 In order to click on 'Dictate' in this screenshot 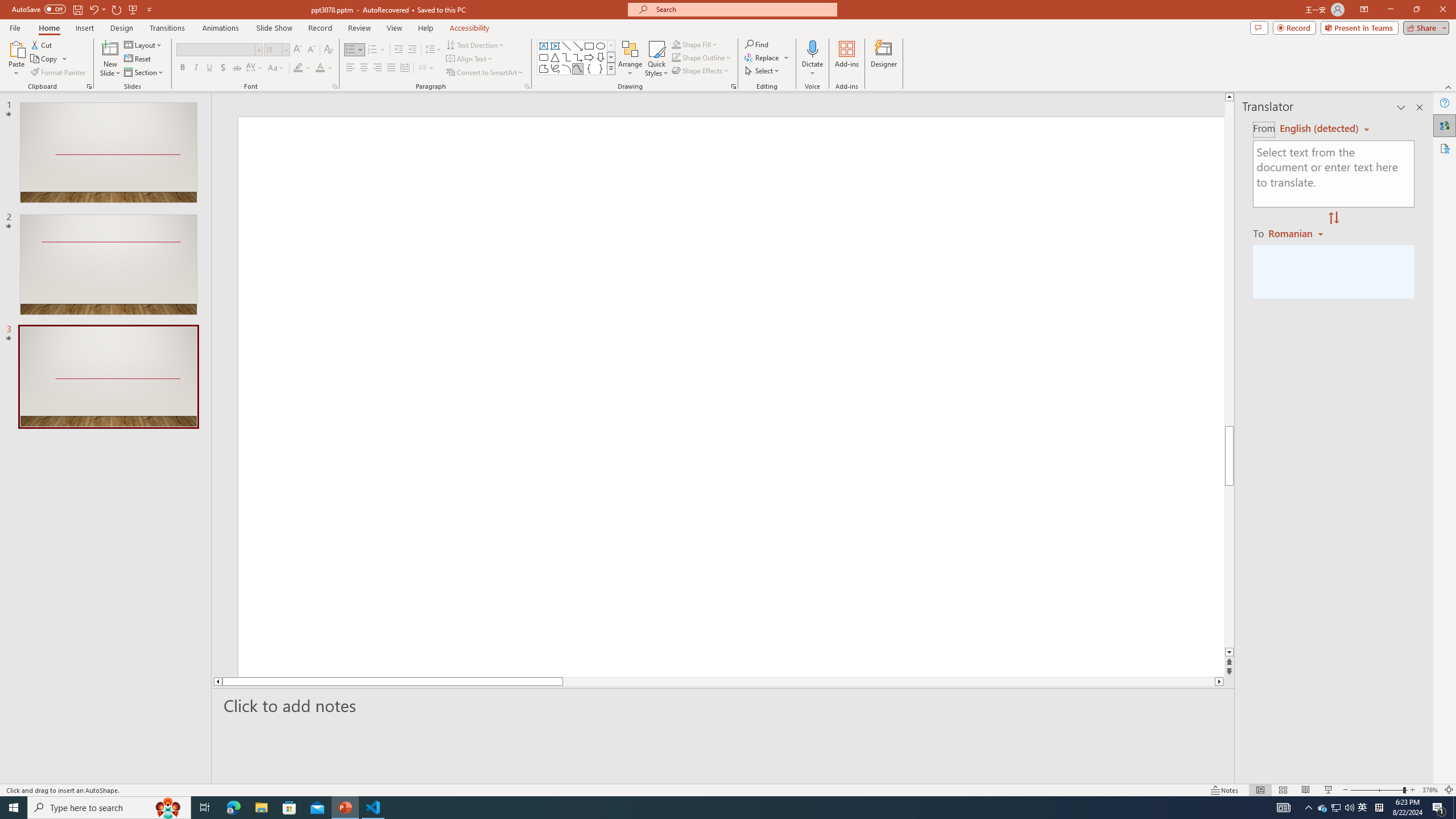, I will do `click(812, 48)`.